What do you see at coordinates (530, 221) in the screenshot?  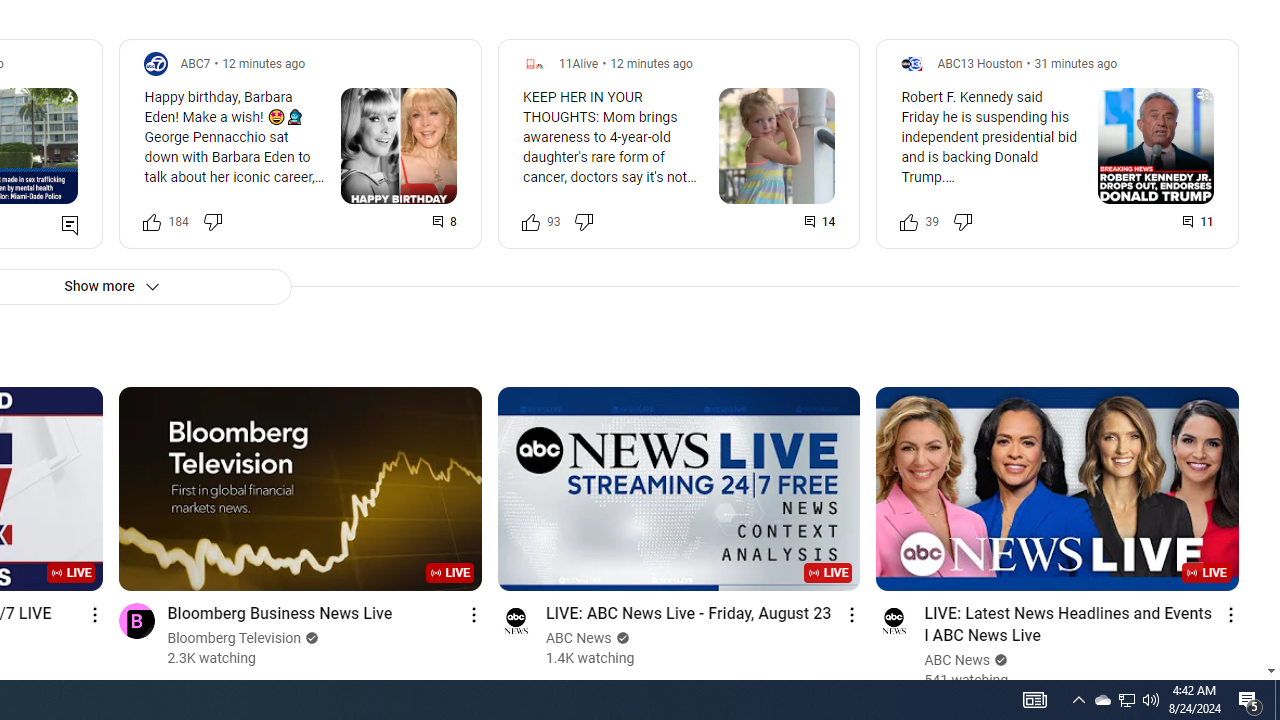 I see `'Like this post along with 93 other people'` at bounding box center [530, 221].